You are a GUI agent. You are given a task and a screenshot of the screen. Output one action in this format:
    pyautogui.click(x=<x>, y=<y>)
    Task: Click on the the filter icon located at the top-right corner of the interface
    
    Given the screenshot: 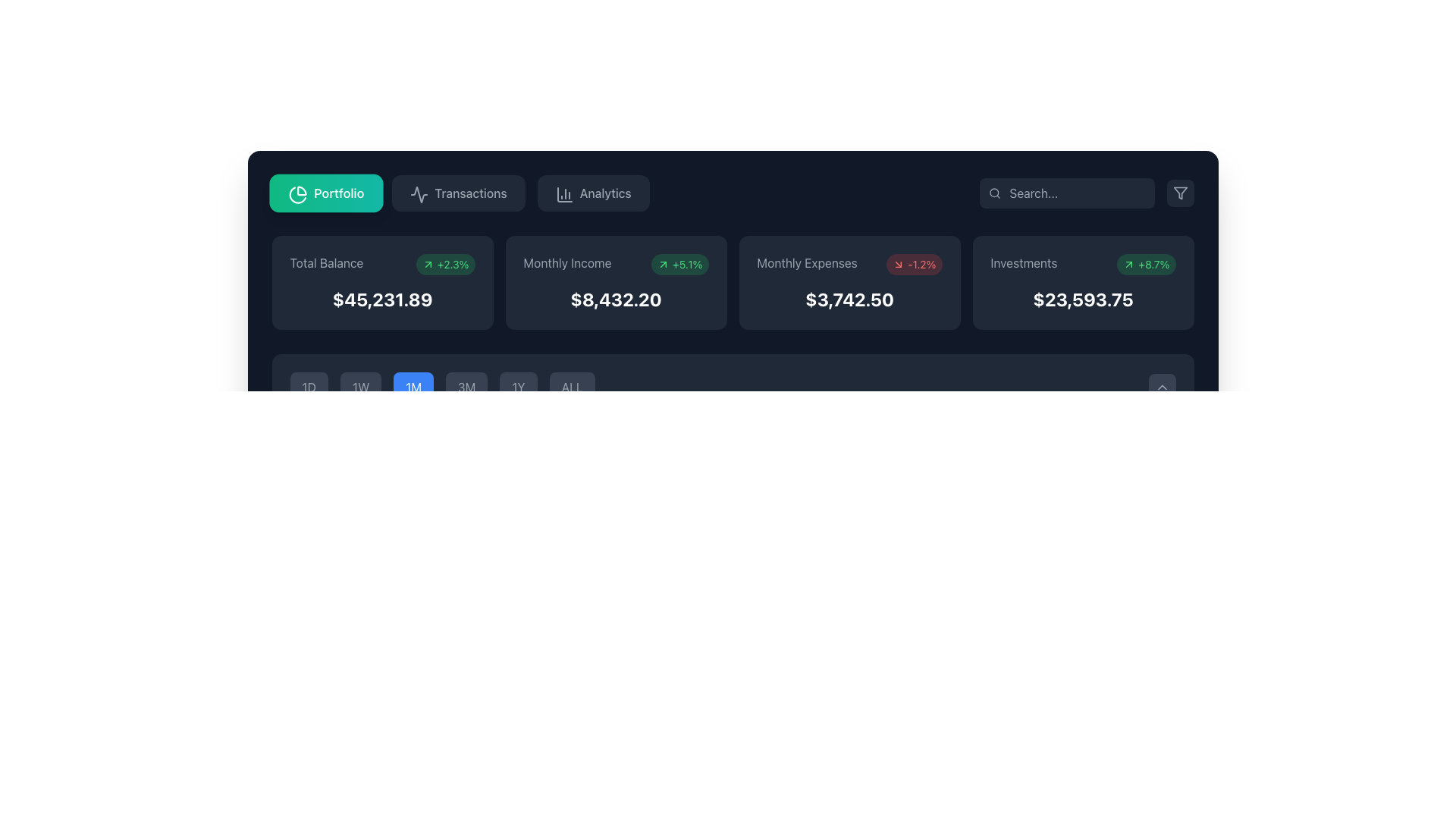 What is the action you would take?
    pyautogui.click(x=1179, y=192)
    